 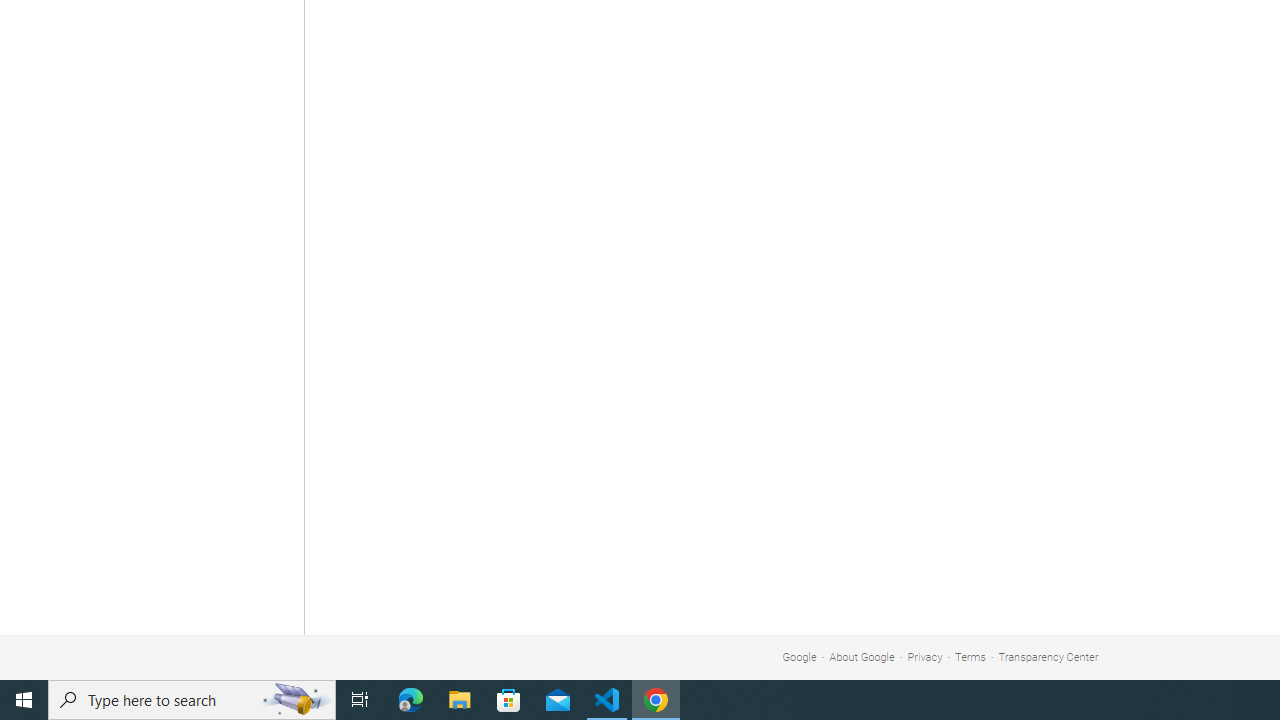 What do you see at coordinates (1047, 657) in the screenshot?
I see `'Transparency Center'` at bounding box center [1047, 657].